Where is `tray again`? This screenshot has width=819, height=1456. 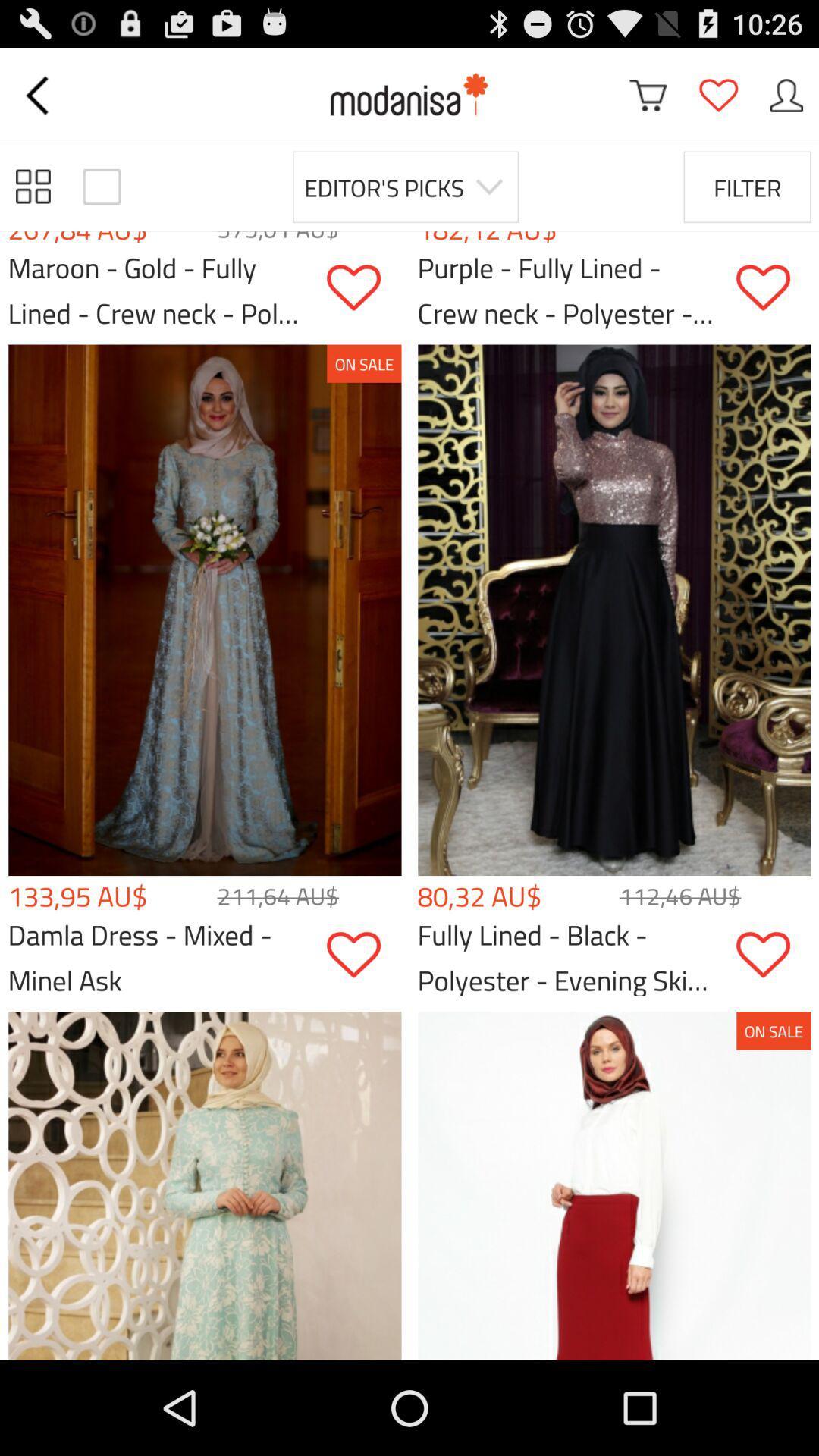 tray again is located at coordinates (786, 94).